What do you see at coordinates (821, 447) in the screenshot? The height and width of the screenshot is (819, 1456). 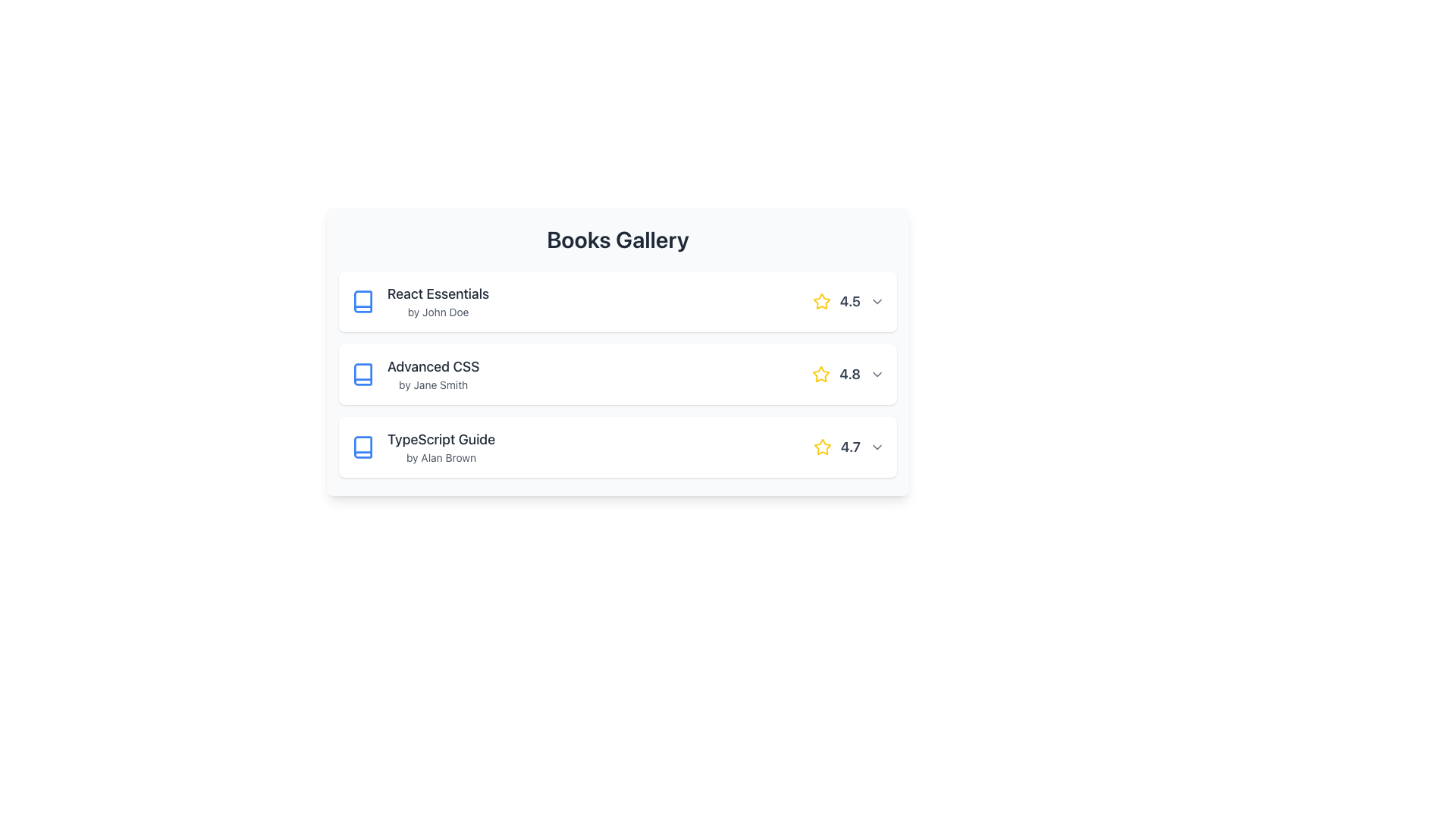 I see `star-shaped icon styled in yellow, representing a rating indicator, located in the third row of items in a card layout, to the left of the numeric rating text '4.7'` at bounding box center [821, 447].